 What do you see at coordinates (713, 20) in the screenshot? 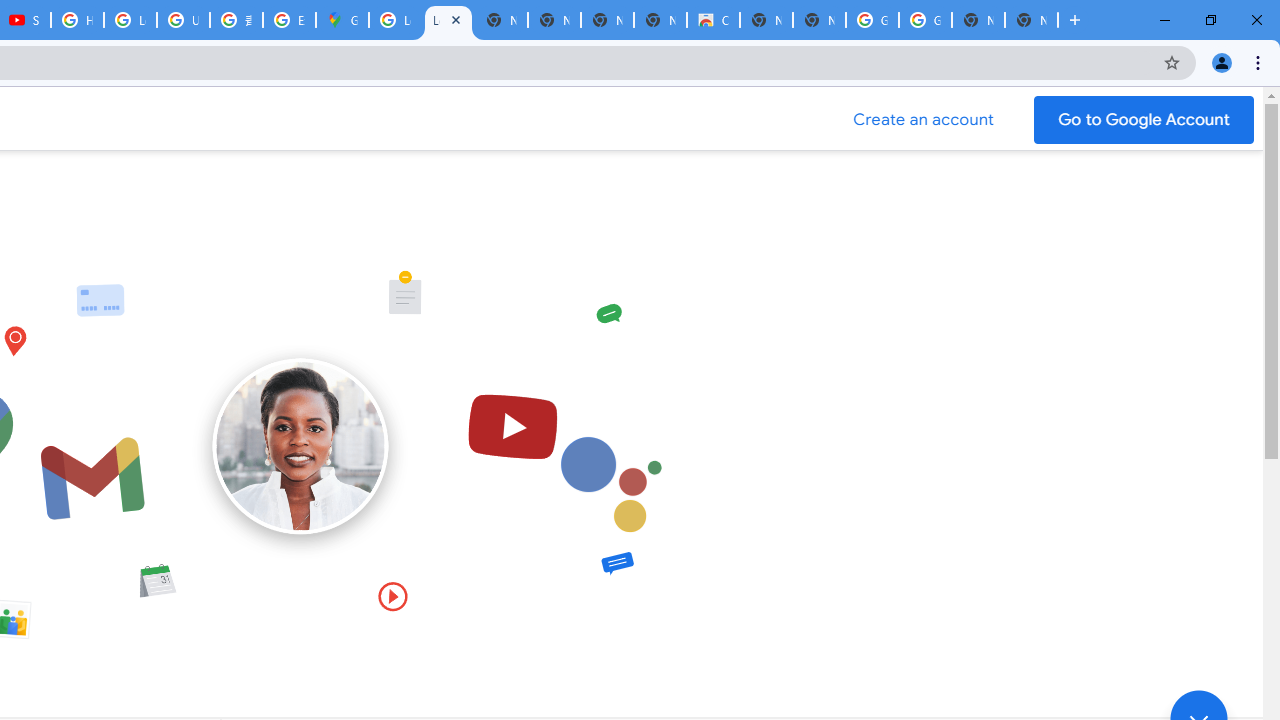
I see `'Chrome Web Store'` at bounding box center [713, 20].